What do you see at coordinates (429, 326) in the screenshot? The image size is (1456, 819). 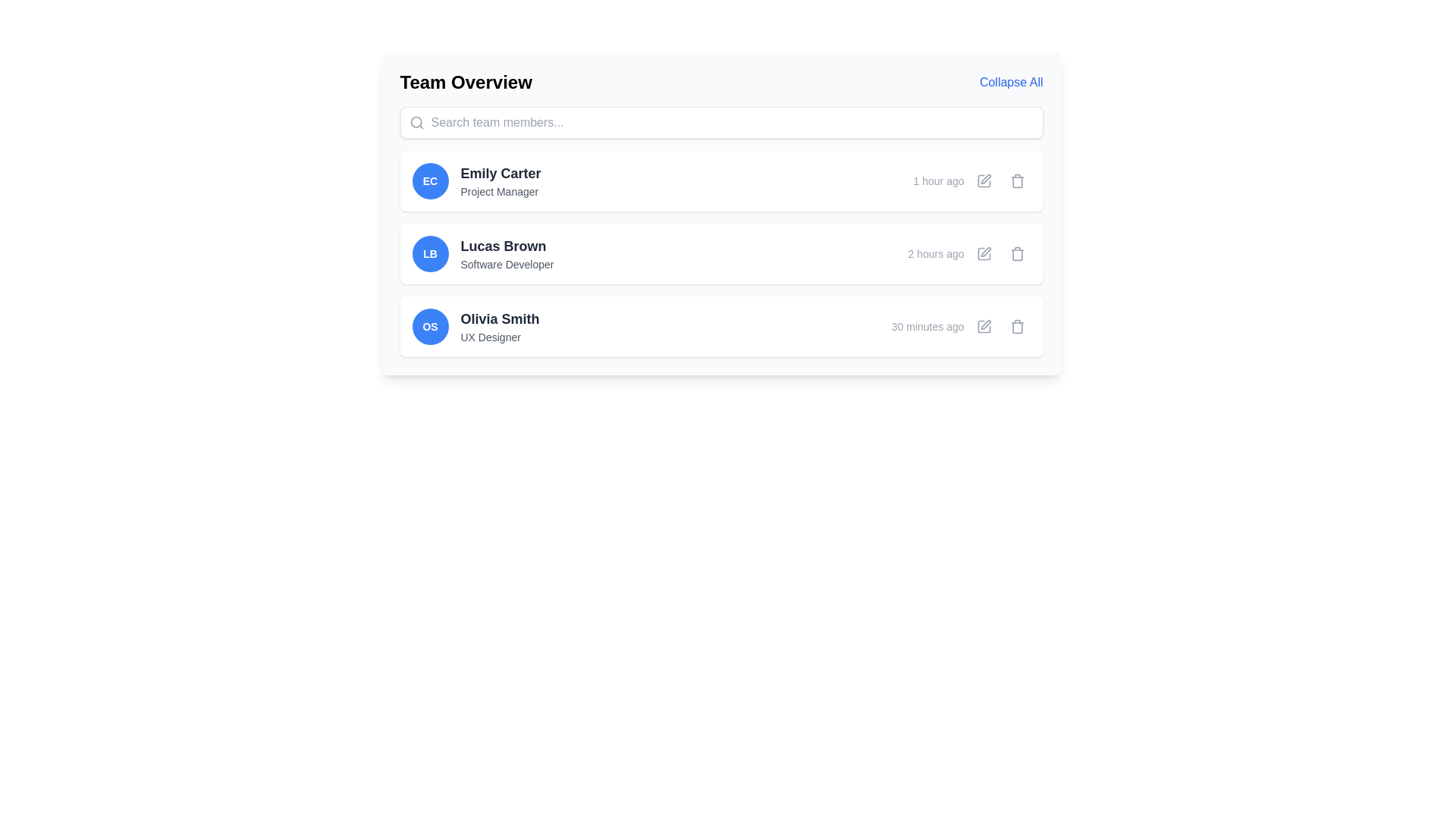 I see `the Avatar badge representing the user 'Olivia Smith', which is located as the leftmost component in the last row under the 'Team Overview' section` at bounding box center [429, 326].